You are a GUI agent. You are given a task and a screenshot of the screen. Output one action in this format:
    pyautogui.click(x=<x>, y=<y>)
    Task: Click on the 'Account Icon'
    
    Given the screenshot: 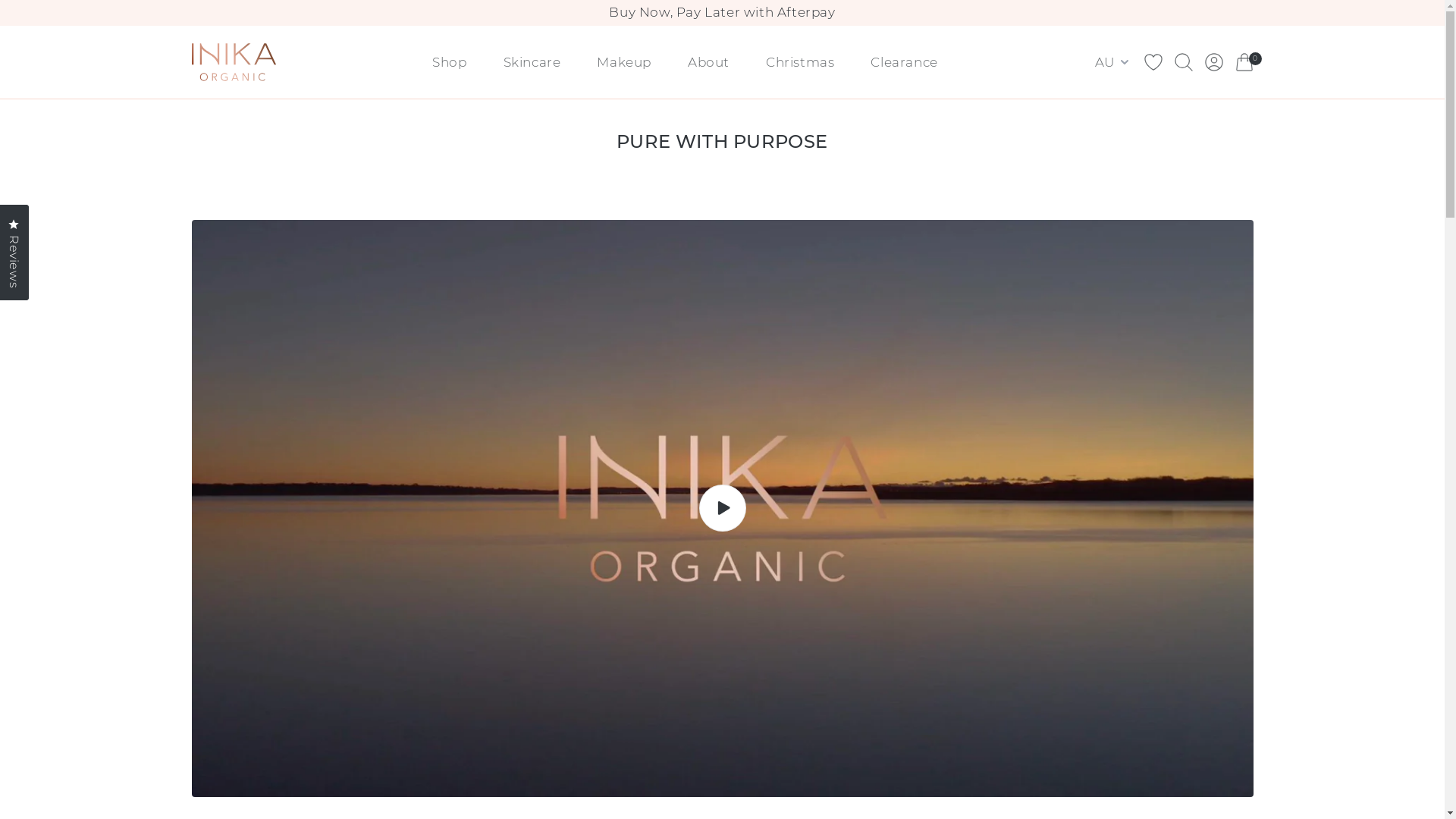 What is the action you would take?
    pyautogui.click(x=1212, y=61)
    